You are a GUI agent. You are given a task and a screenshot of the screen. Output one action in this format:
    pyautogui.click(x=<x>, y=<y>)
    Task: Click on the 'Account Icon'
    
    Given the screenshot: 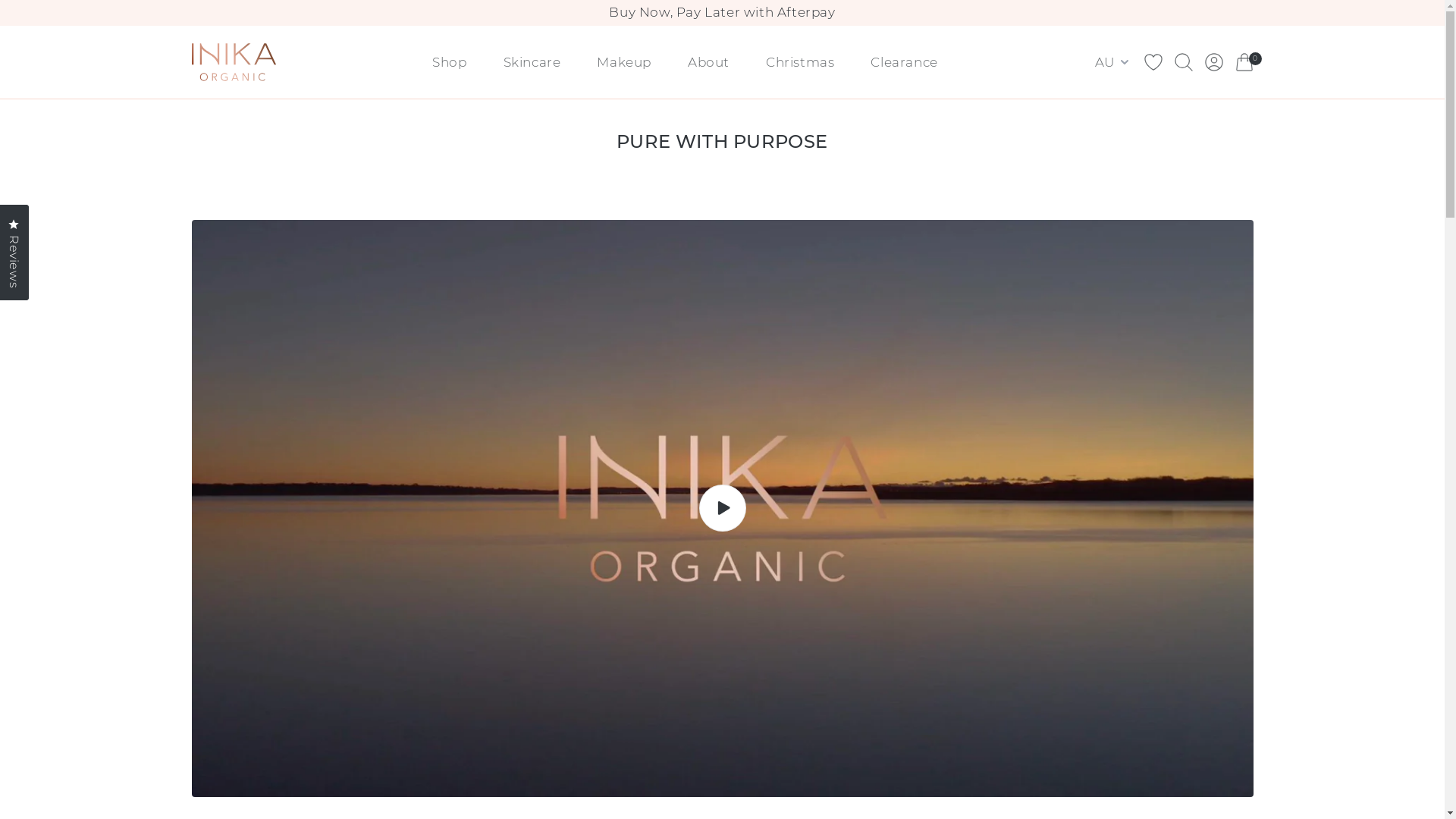 What is the action you would take?
    pyautogui.click(x=1212, y=61)
    